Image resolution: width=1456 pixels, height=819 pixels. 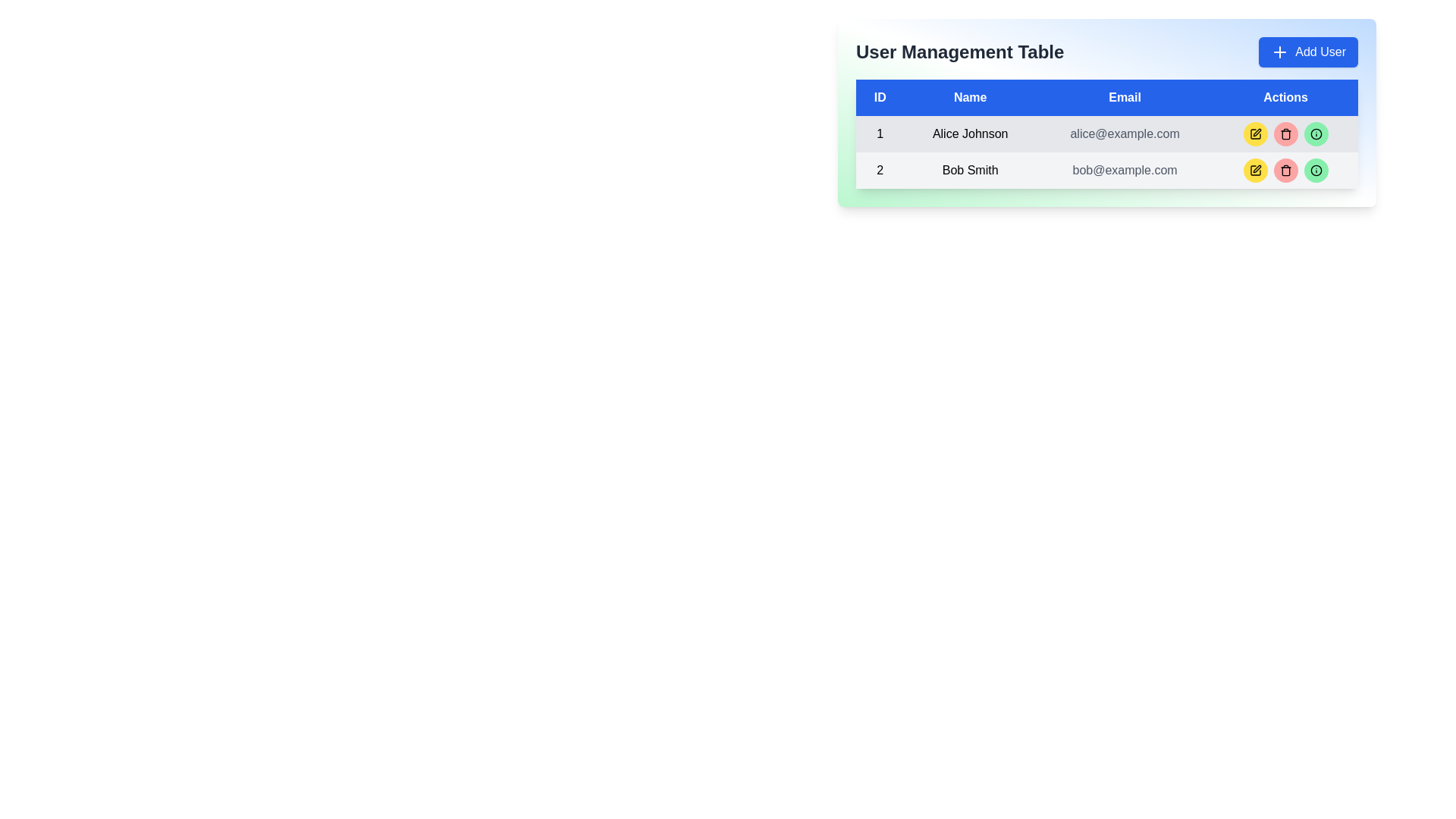 What do you see at coordinates (880, 97) in the screenshot?
I see `the 'ID' header label in the table structure, which is the leftmost item in the header row` at bounding box center [880, 97].